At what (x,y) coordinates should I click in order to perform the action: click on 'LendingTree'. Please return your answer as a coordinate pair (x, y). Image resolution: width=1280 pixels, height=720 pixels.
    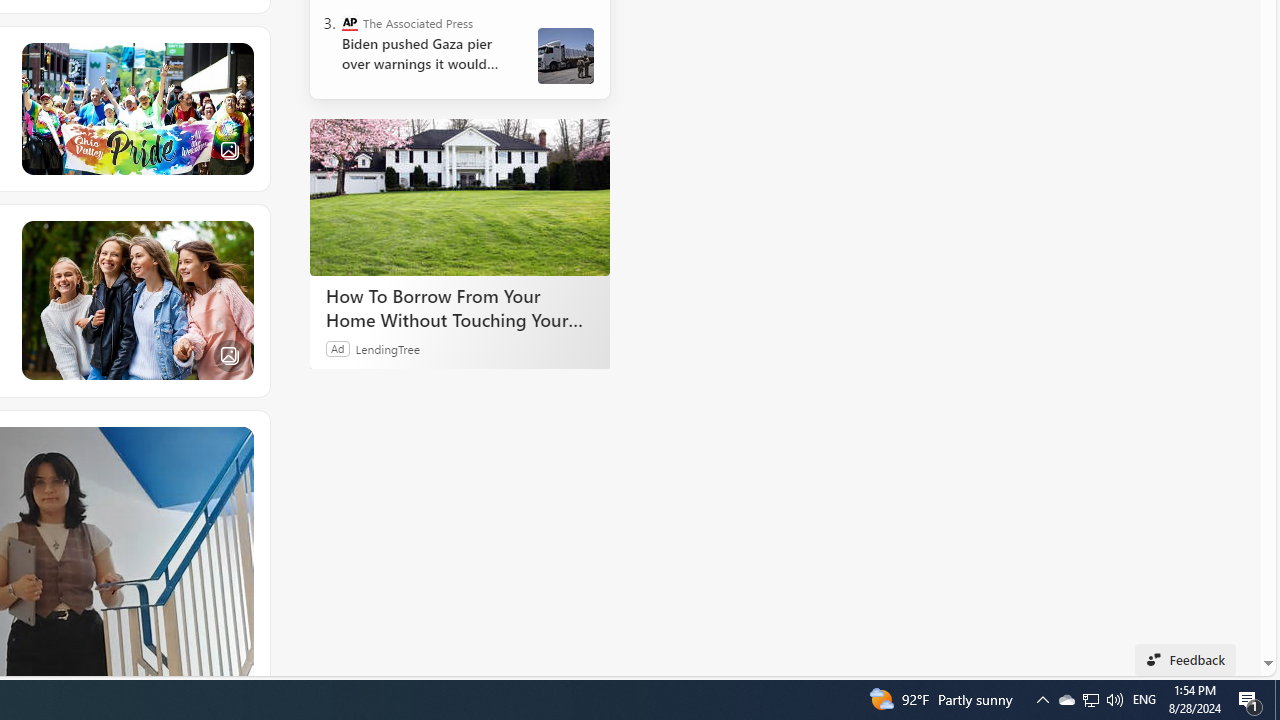
    Looking at the image, I should click on (387, 347).